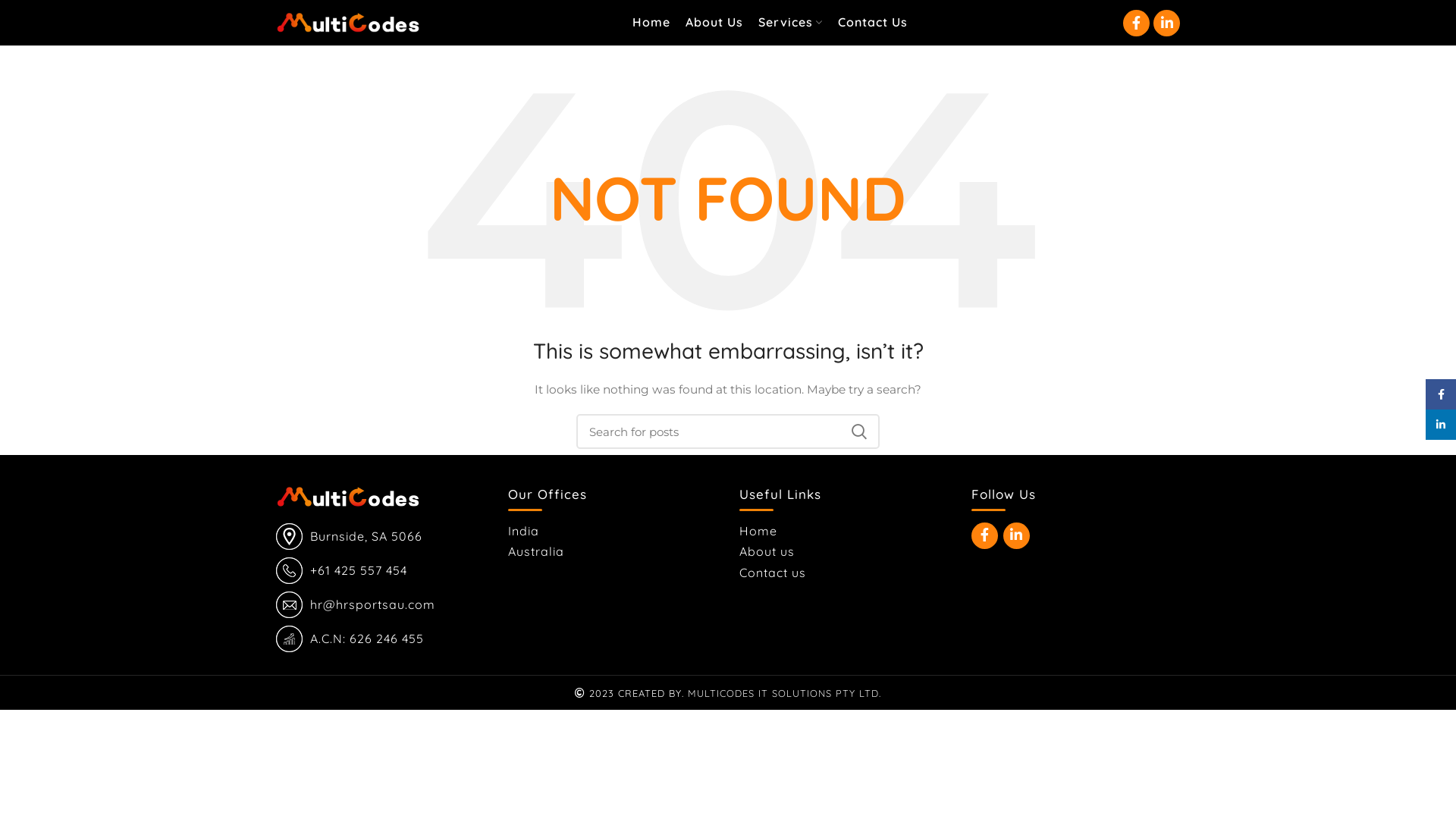  I want to click on 'MULTICODES IT SOLUTIONS PTY LTD.', so click(784, 693).